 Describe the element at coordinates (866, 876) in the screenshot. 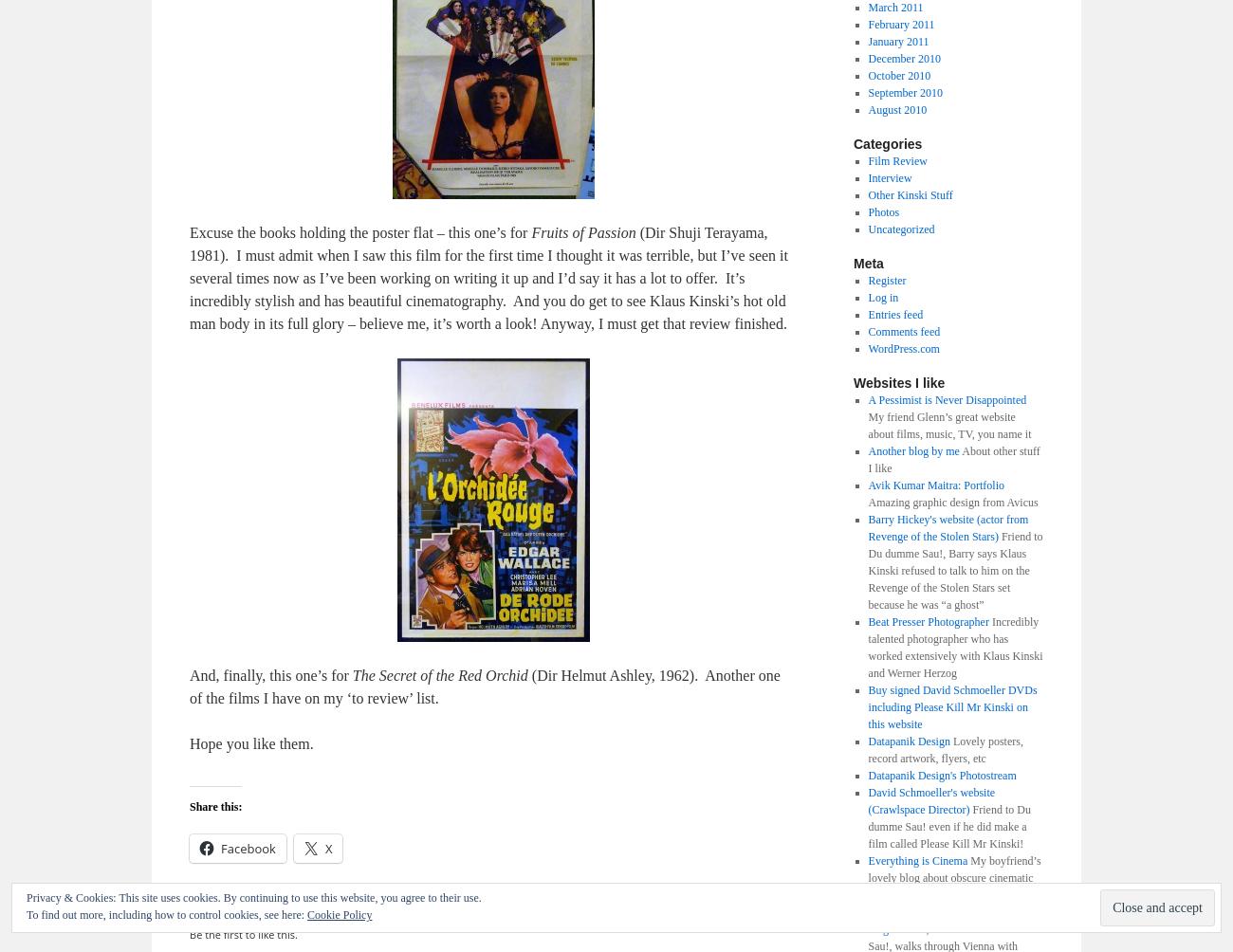

I see `'My boyfriend’s lovely blog about obscure cinematic treats. I will make sure he updates it!'` at that location.